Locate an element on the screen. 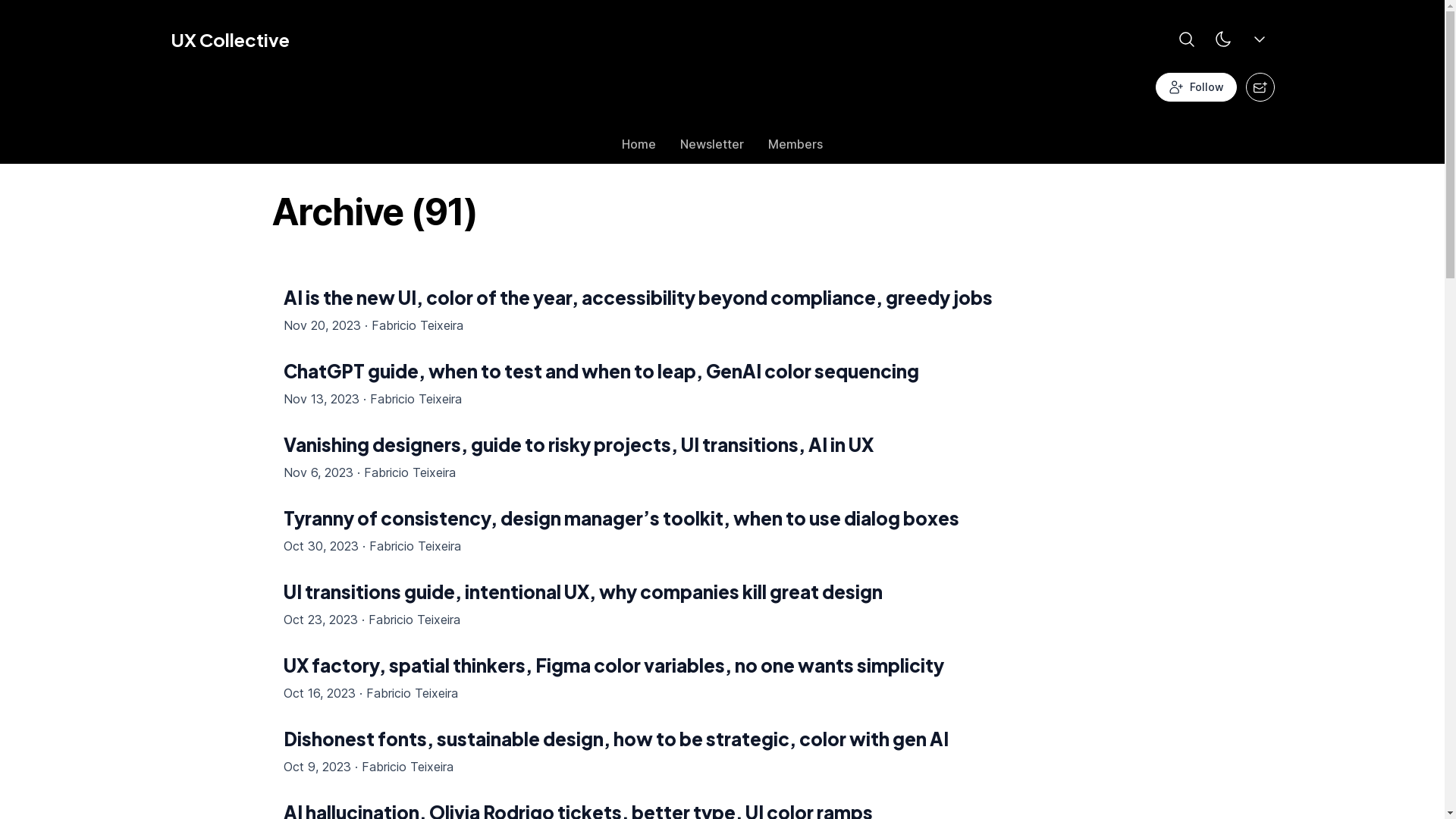 The height and width of the screenshot is (819, 1456). 'Home' is located at coordinates (610, 148).